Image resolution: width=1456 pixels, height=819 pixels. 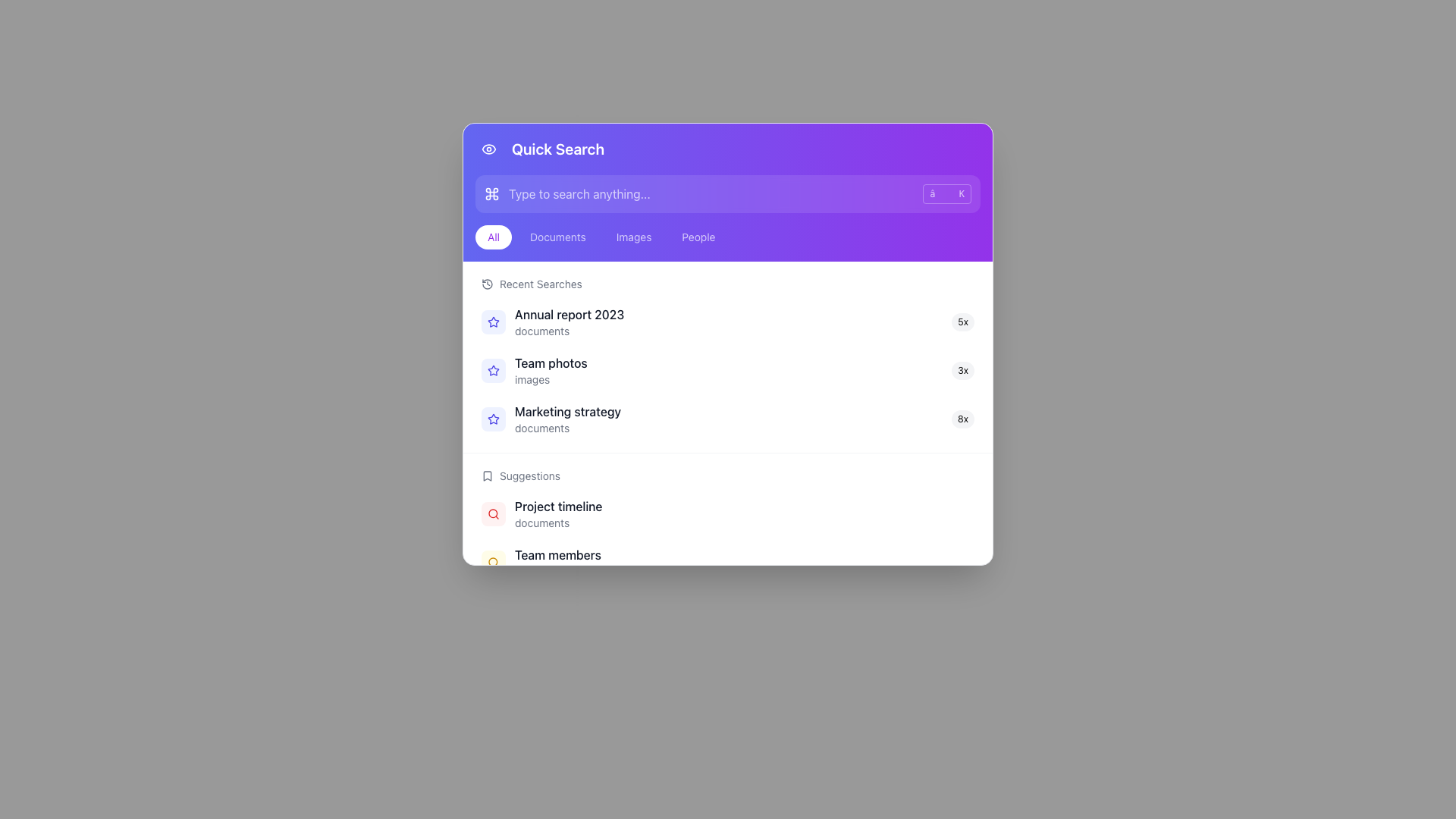 I want to click on the first interactive list item in the 'Suggestions' section that is related to 'Project timeline' documents, so click(x=728, y=513).